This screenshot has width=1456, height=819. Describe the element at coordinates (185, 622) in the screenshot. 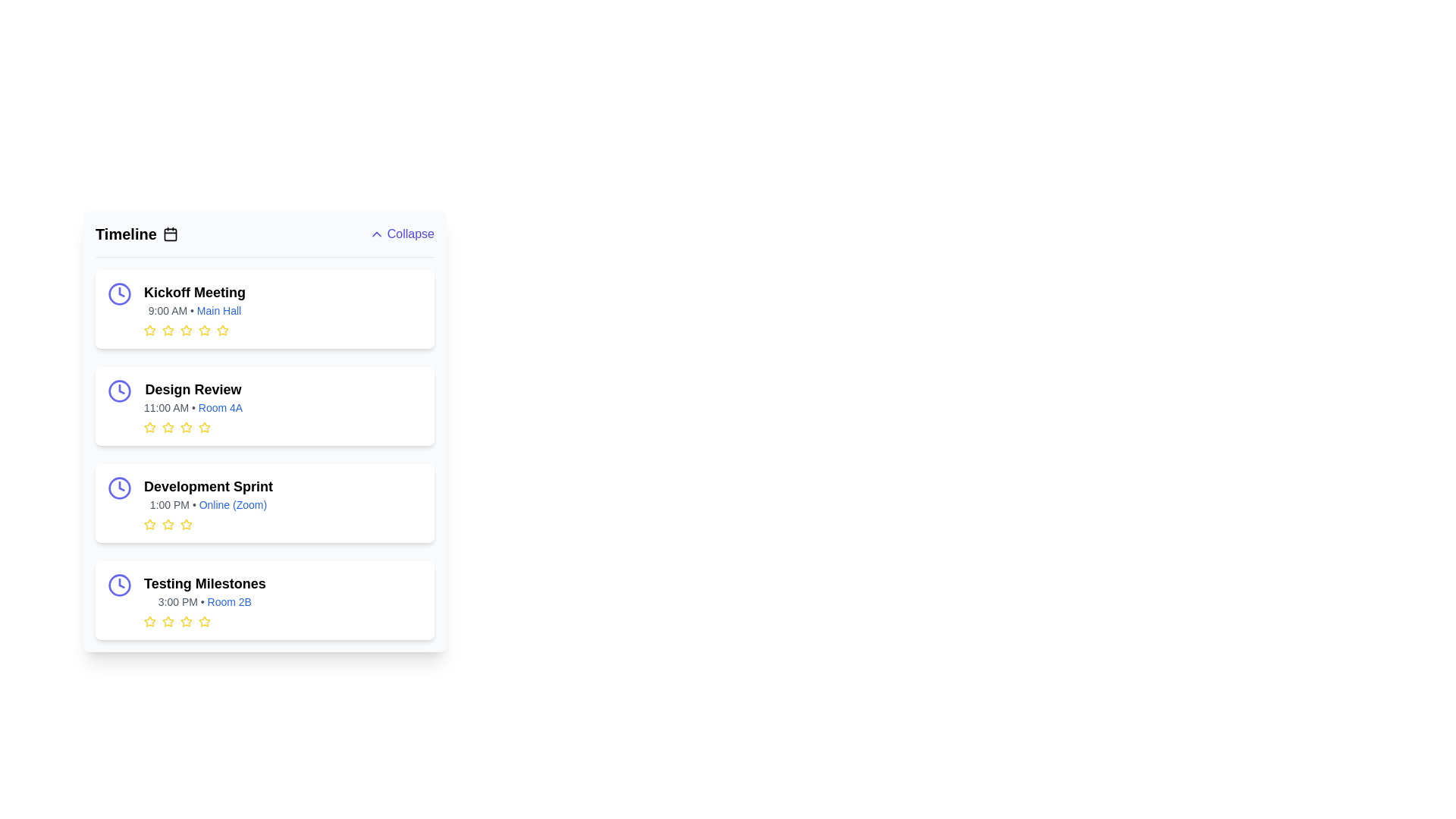

I see `the fourth rating star located at the bottom of the 'Testing Milestones' section` at that location.